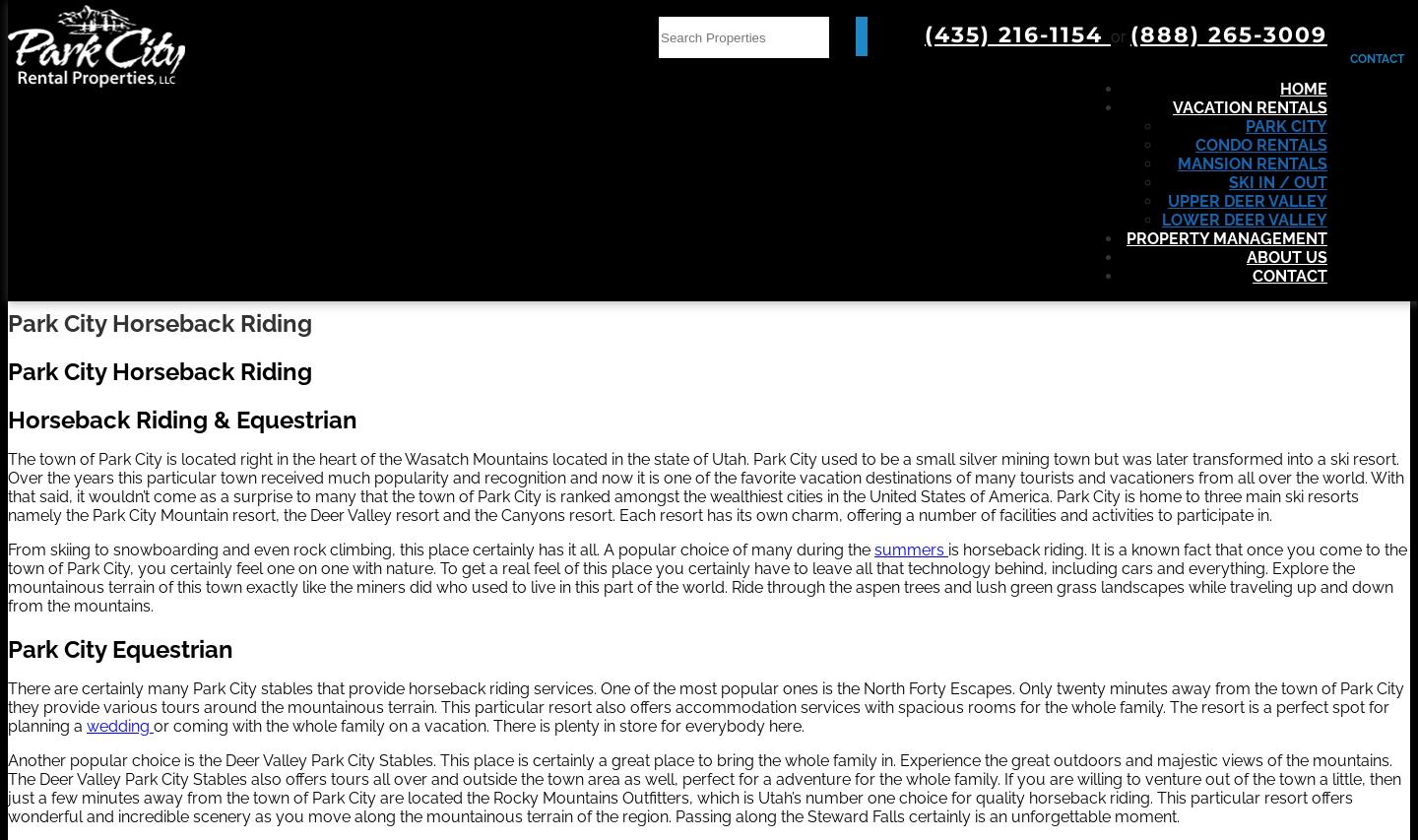  Describe the element at coordinates (7, 418) in the screenshot. I see `'Horseback Riding & Equestrian'` at that location.